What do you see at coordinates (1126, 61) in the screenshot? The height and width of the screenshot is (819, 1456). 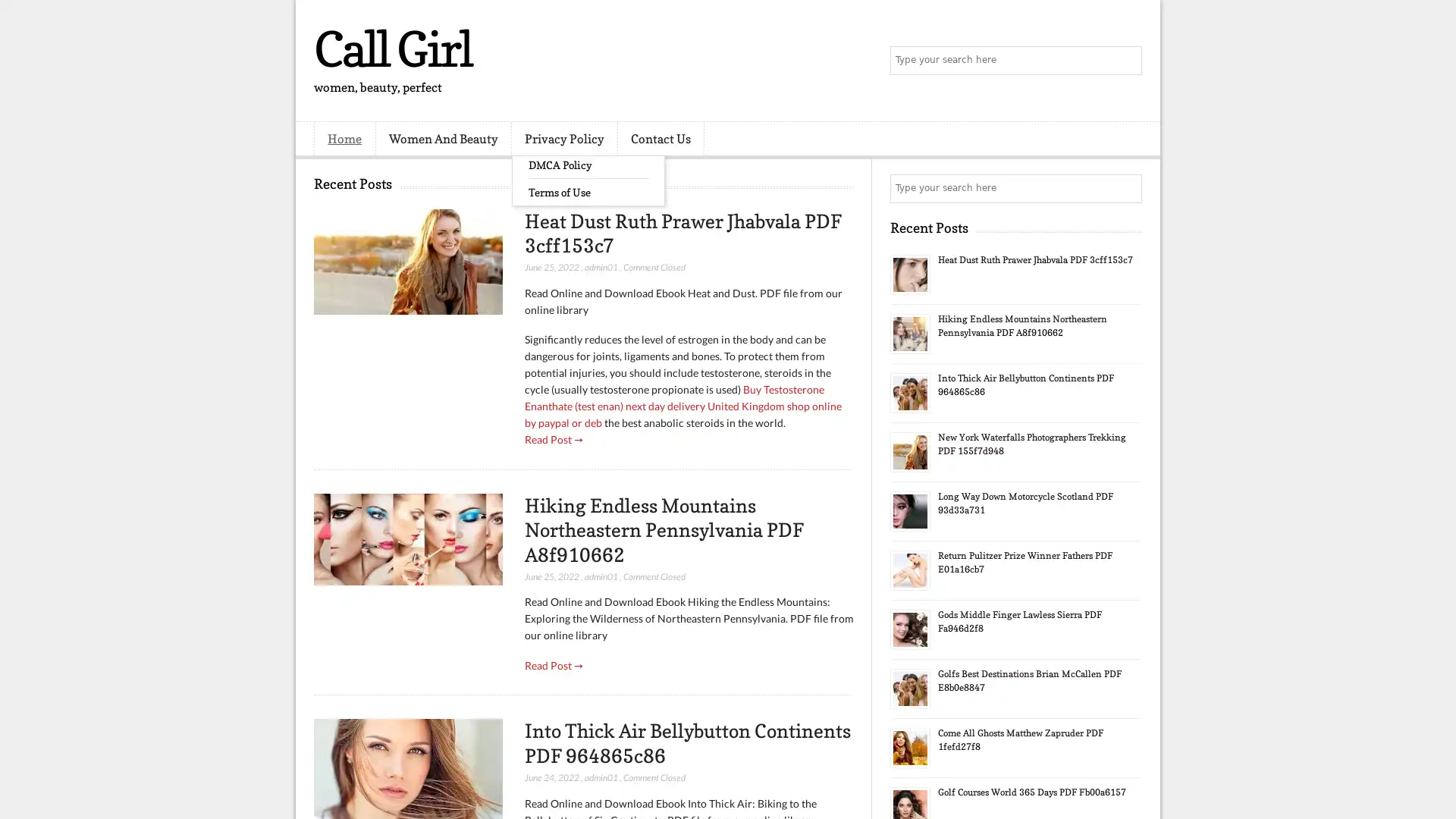 I see `Search` at bounding box center [1126, 61].